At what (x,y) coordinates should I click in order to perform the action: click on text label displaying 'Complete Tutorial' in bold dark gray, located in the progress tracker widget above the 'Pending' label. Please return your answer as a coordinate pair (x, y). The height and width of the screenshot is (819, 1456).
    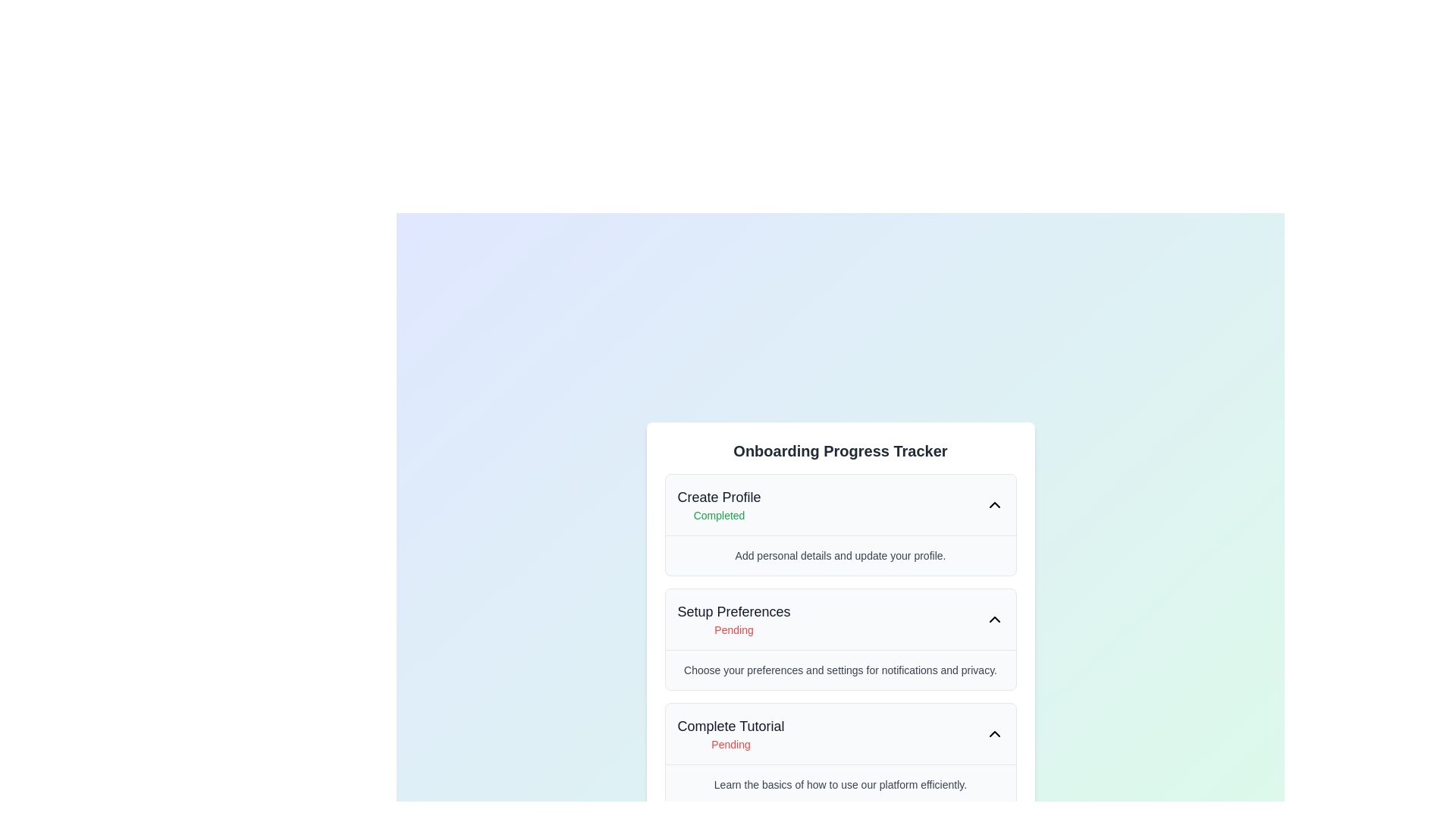
    Looking at the image, I should click on (731, 725).